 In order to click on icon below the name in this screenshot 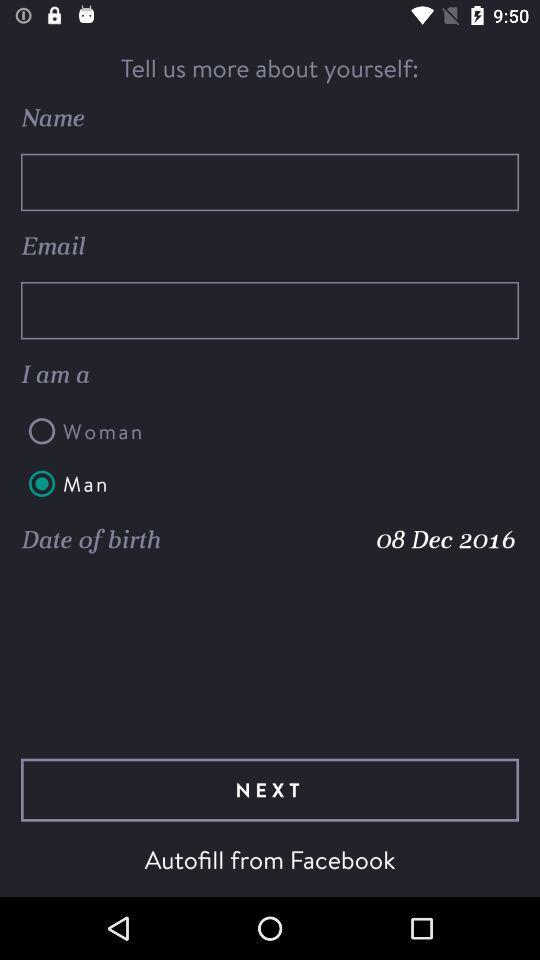, I will do `click(270, 182)`.